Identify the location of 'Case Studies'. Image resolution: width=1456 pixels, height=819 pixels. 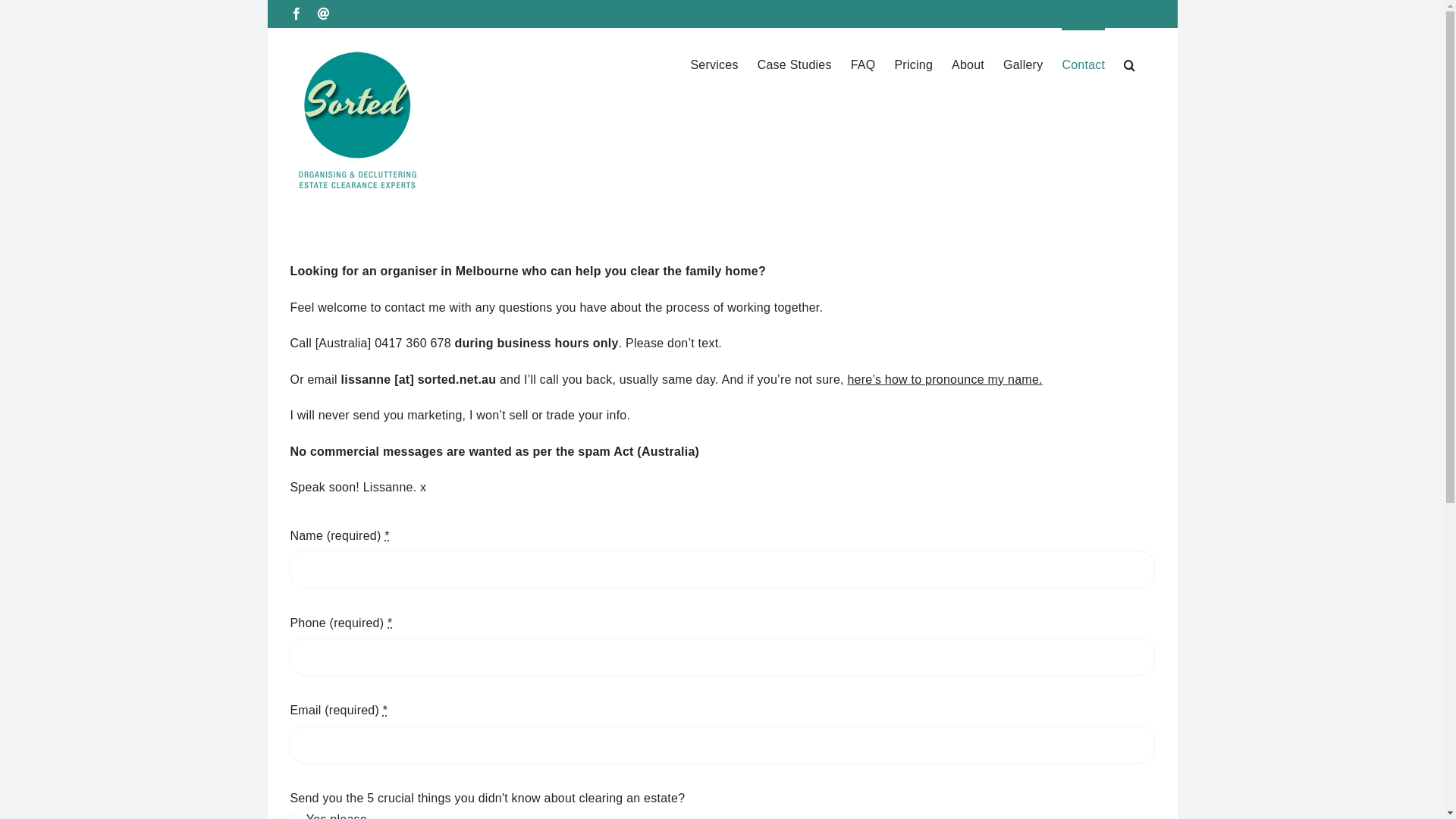
(793, 63).